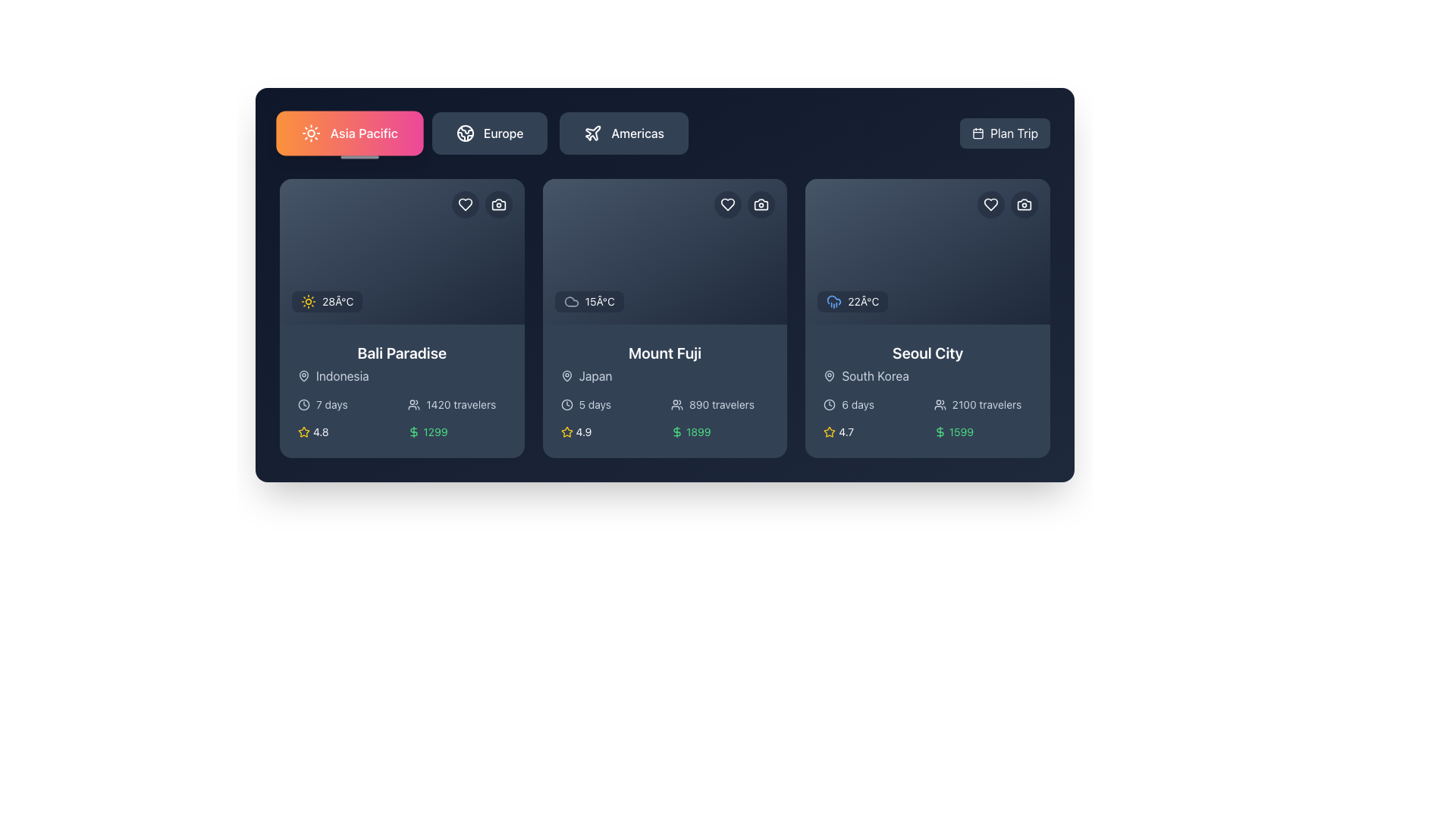 Image resolution: width=1456 pixels, height=819 pixels. I want to click on the button labeled 'Americas', which is the third button in a group of three at the top of the central interface section, so click(624, 133).